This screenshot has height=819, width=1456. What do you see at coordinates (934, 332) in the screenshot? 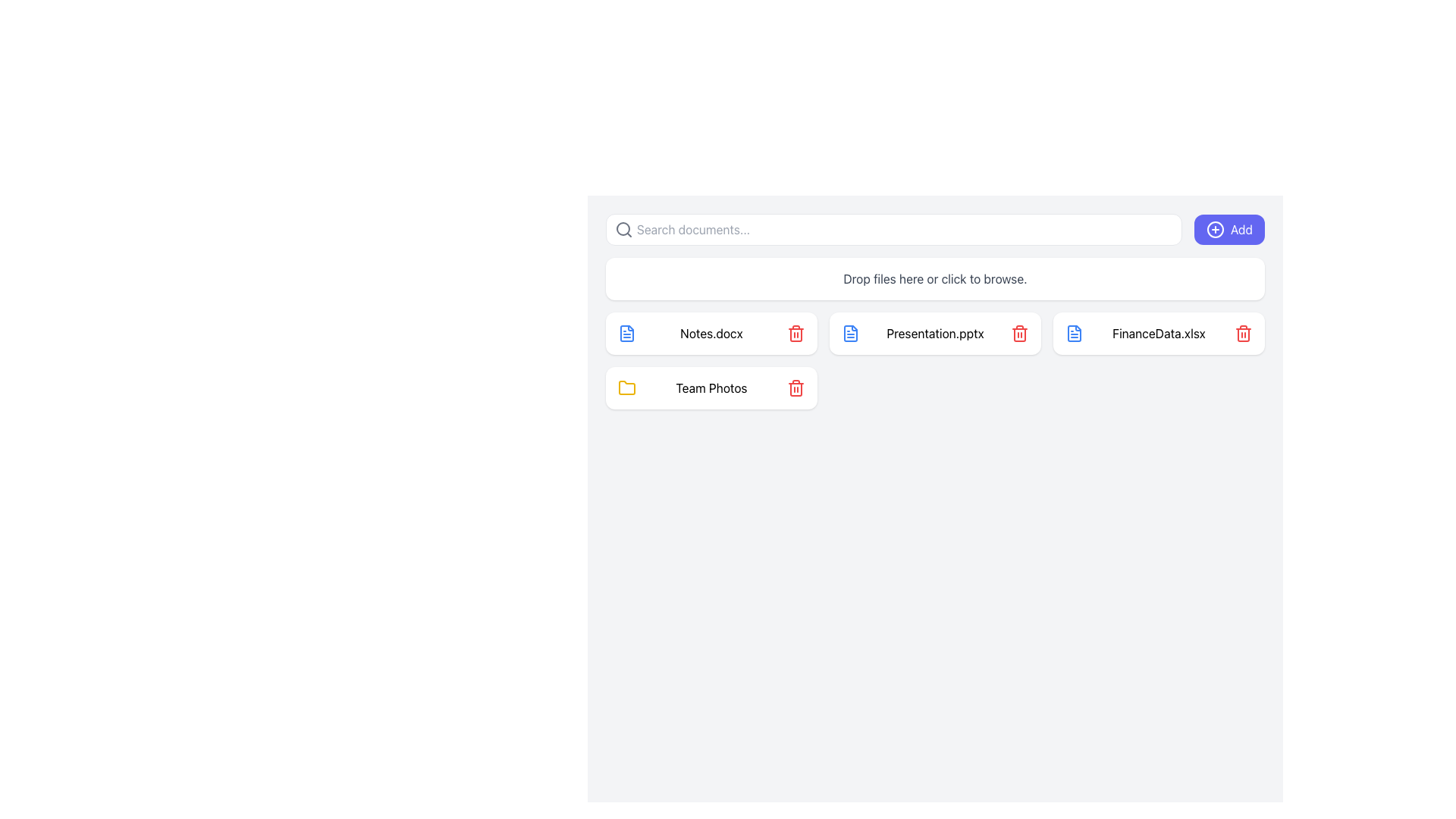
I see `the text label displaying the filename 'Presentation.pptx', which is part of a file management interface, located between a file icon and a trash icon` at bounding box center [934, 332].